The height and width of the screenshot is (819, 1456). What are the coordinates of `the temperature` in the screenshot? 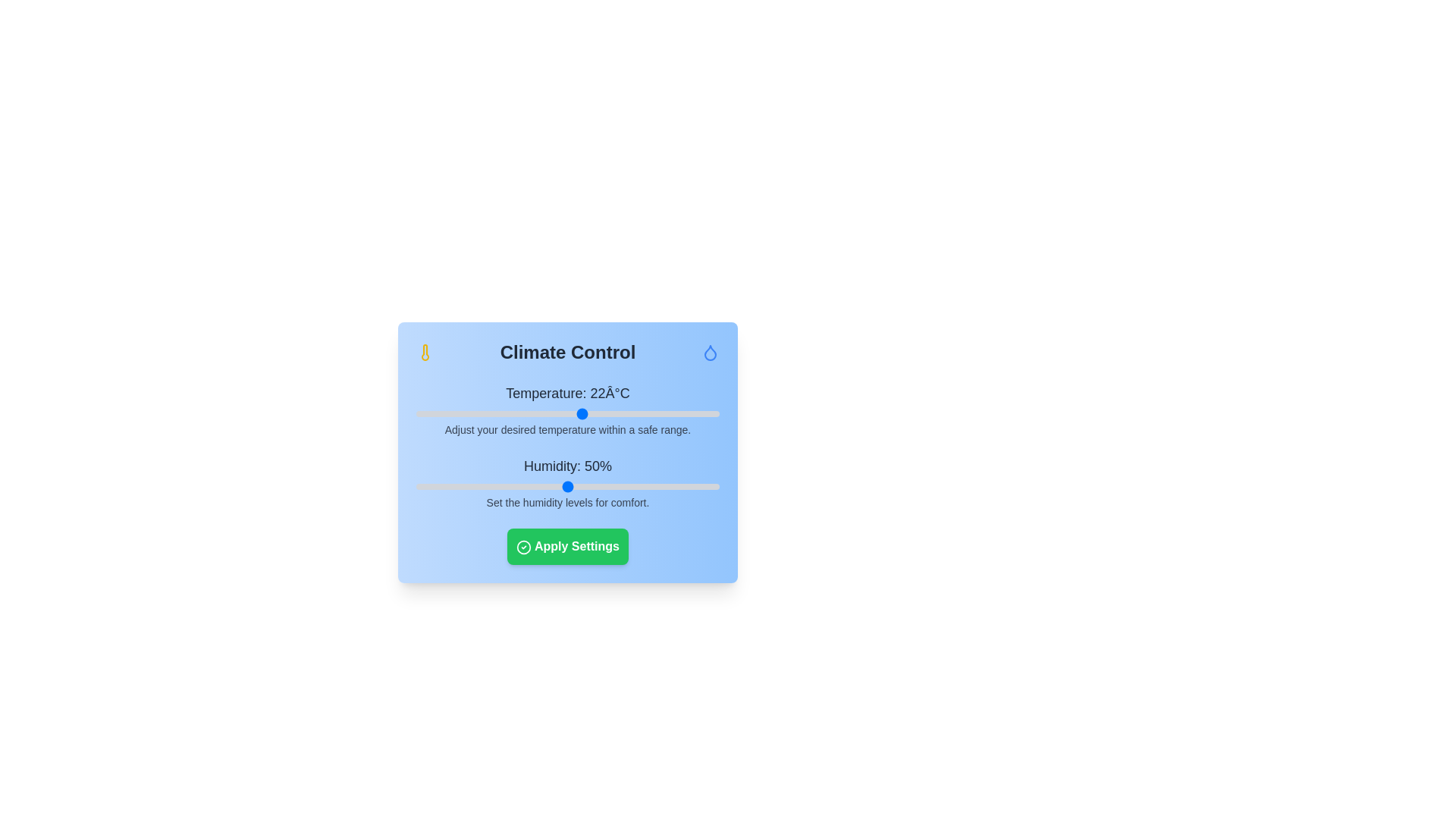 It's located at (538, 414).